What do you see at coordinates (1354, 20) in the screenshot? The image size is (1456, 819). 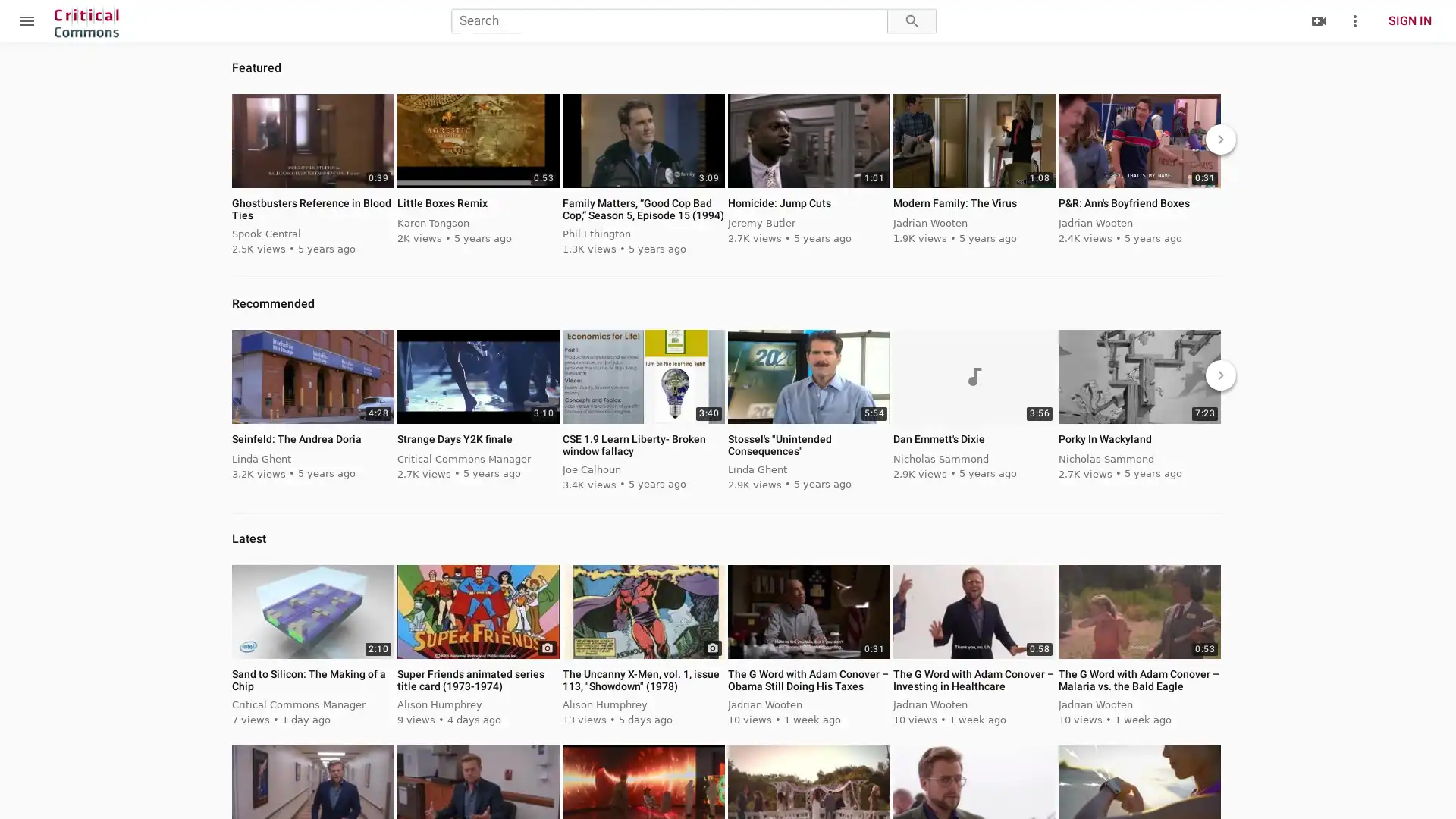 I see `more_vert` at bounding box center [1354, 20].